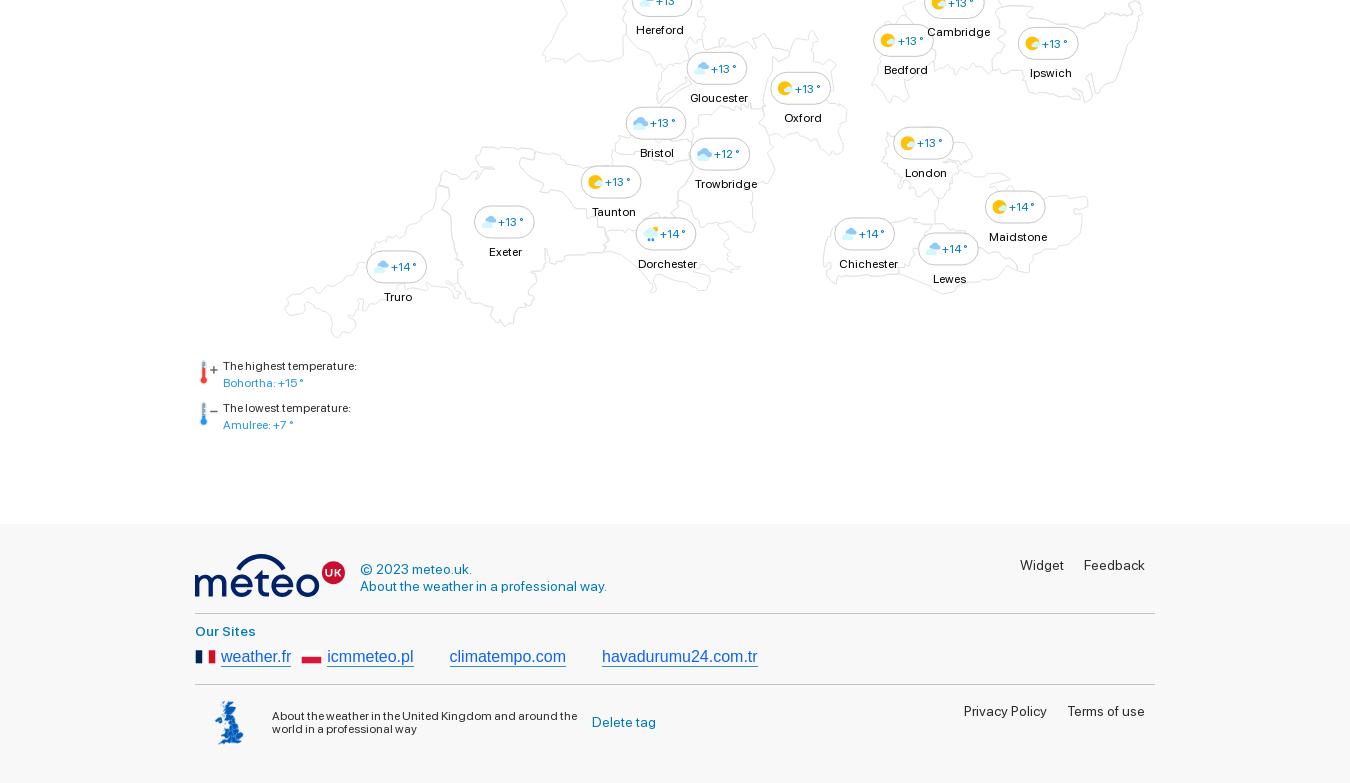 This screenshot has height=783, width=1350. I want to click on 'Maidstone', so click(1018, 235).